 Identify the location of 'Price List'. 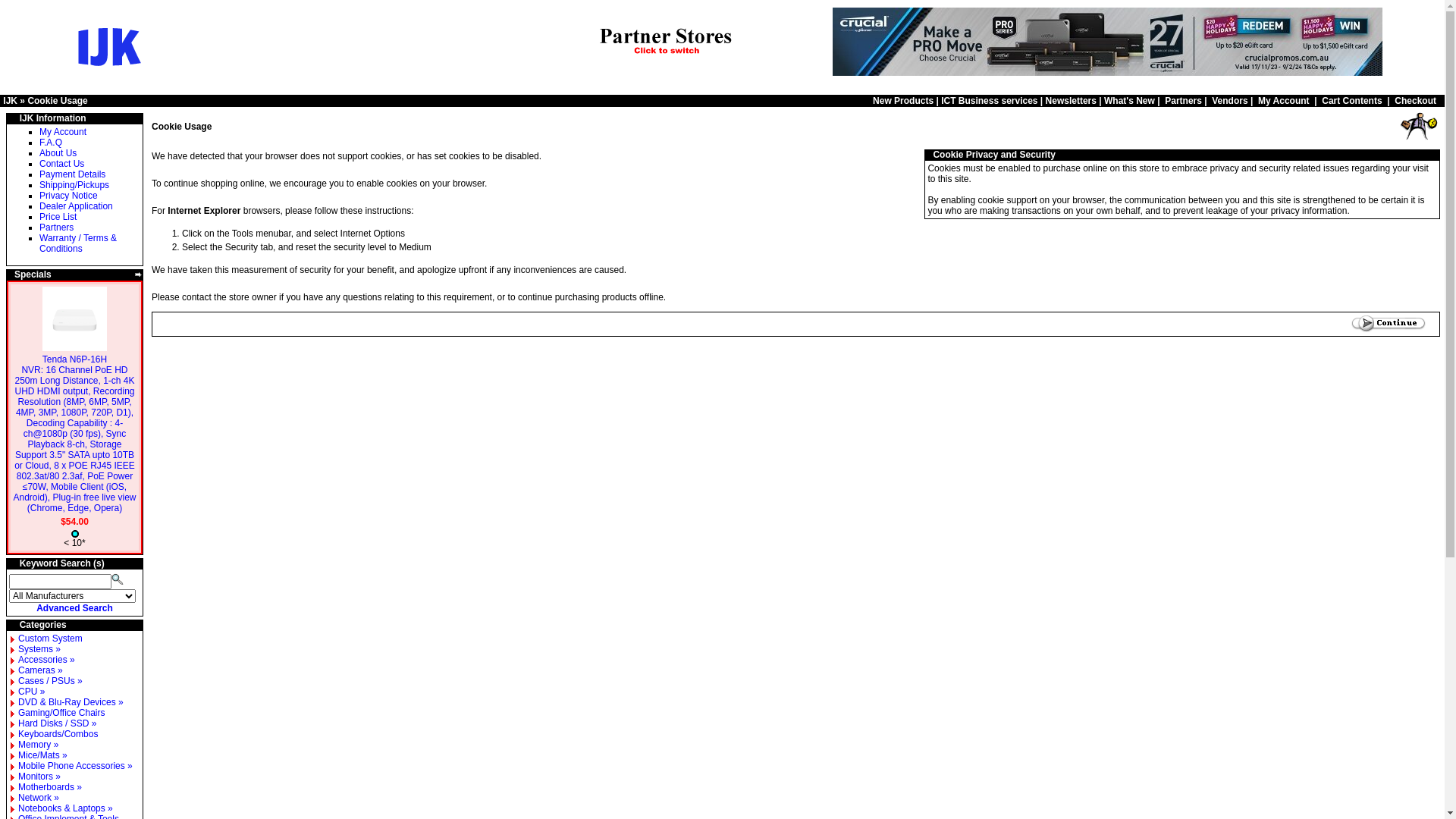
(58, 216).